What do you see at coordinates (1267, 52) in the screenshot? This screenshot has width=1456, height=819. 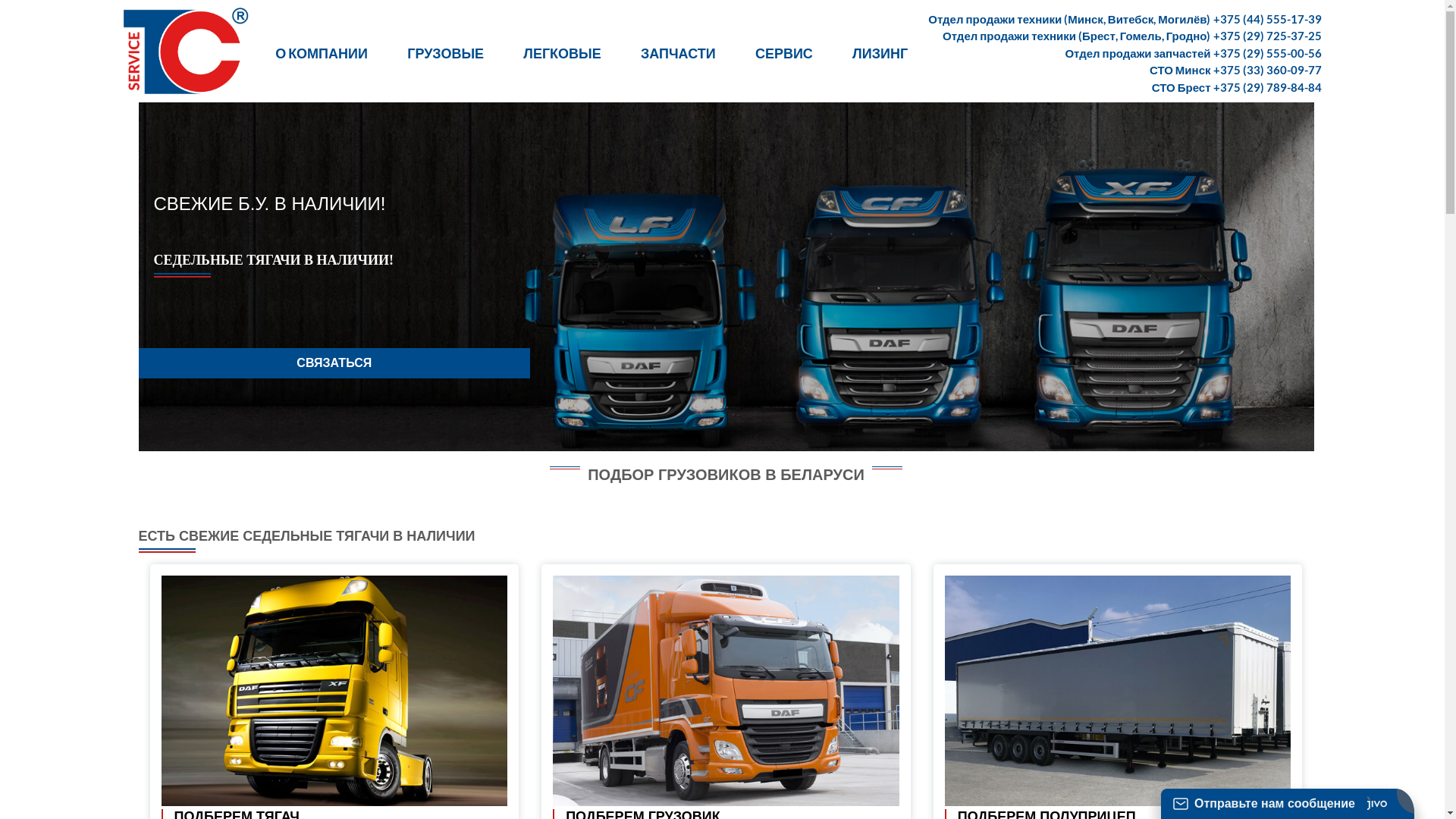 I see `'+375 (29) 555-00-56'` at bounding box center [1267, 52].